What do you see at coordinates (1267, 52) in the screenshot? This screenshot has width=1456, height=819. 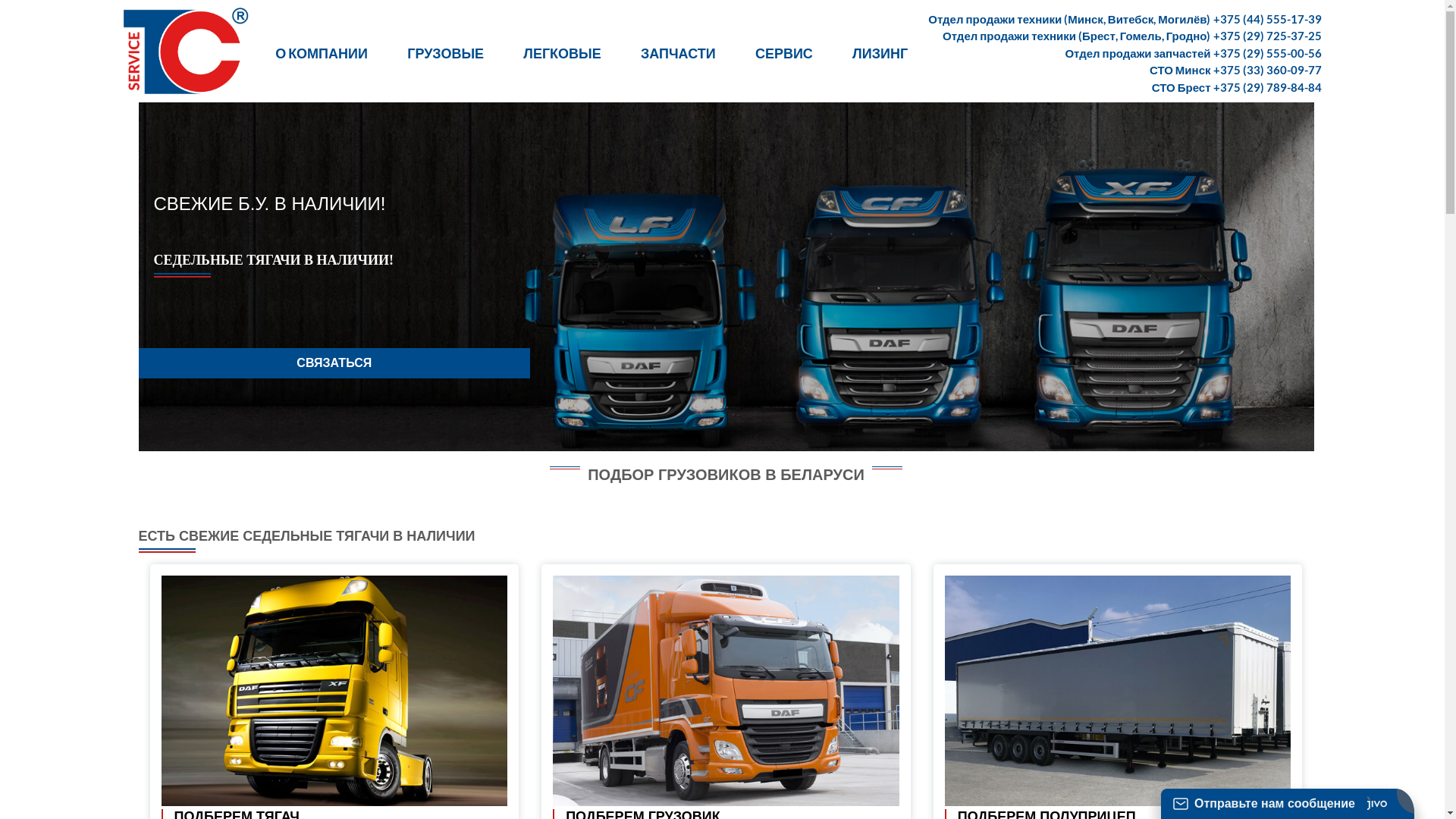 I see `'+375 (29) 555-00-56'` at bounding box center [1267, 52].